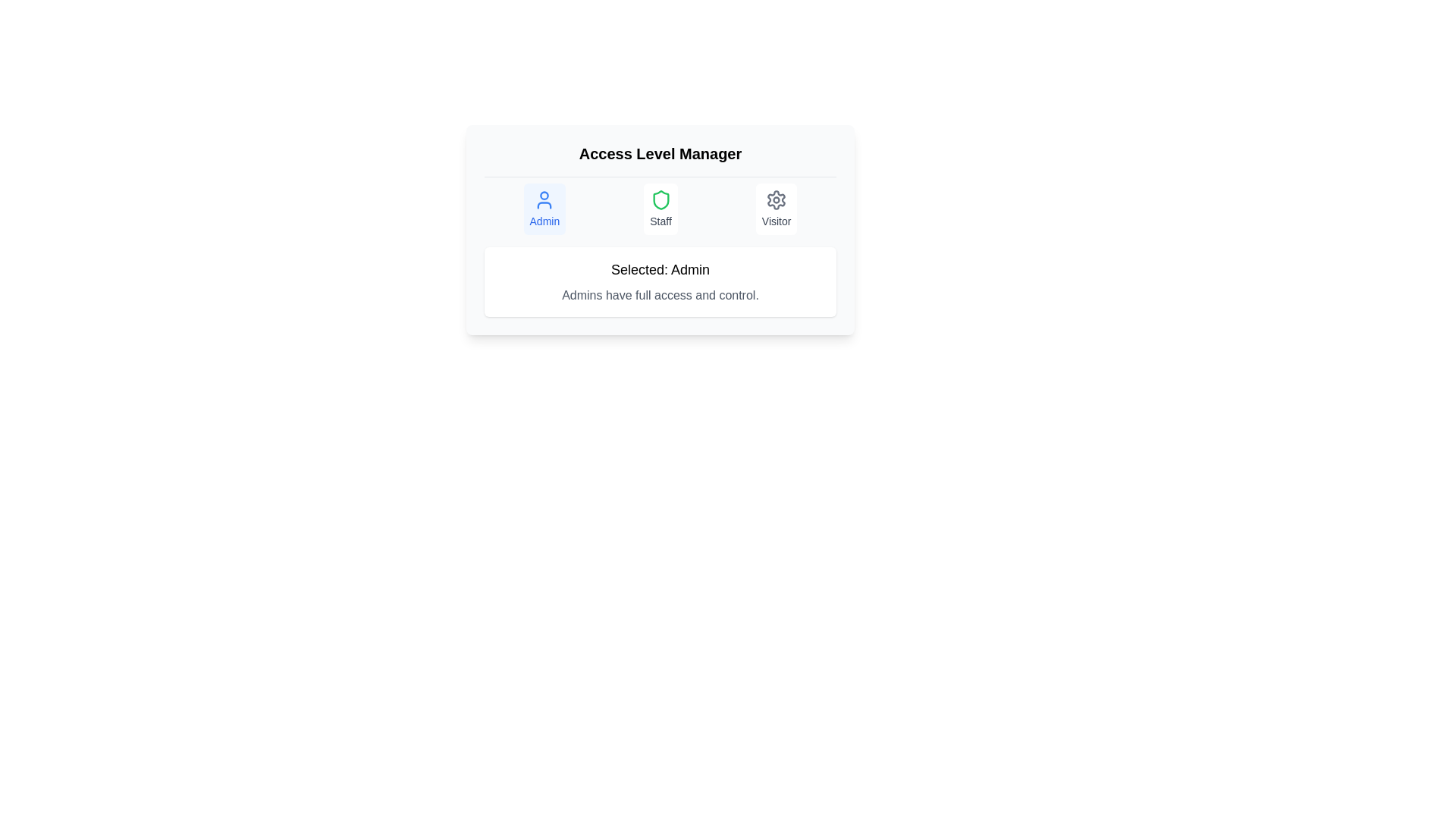  Describe the element at coordinates (777, 209) in the screenshot. I see `the vertically aligned button with a gray gear icon and the text label 'Visitor' for visual feedback` at that location.